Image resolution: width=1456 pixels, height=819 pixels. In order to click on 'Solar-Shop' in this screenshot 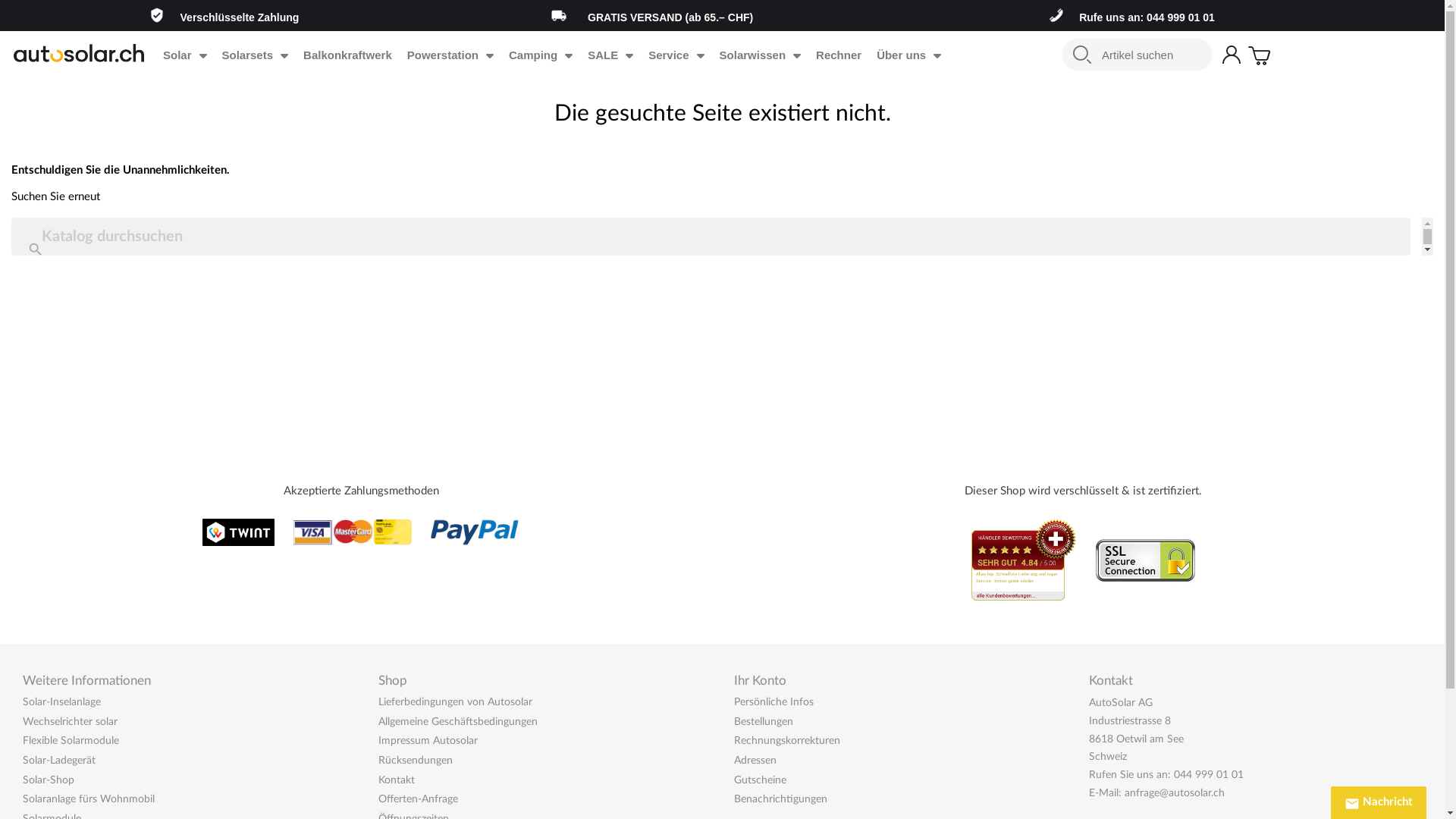, I will do `click(48, 780)`.